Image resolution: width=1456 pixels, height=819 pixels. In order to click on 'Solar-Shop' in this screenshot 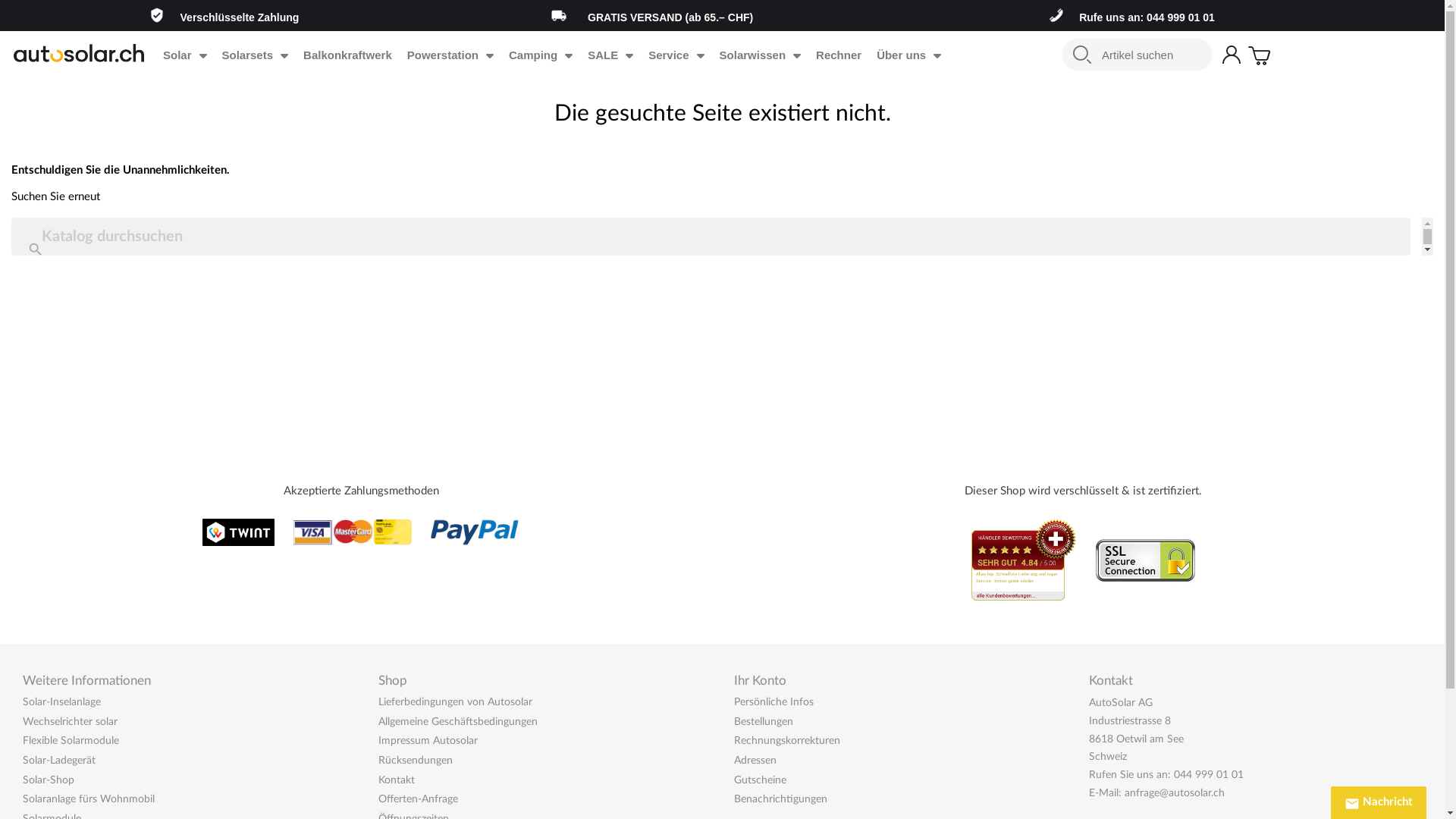, I will do `click(48, 780)`.